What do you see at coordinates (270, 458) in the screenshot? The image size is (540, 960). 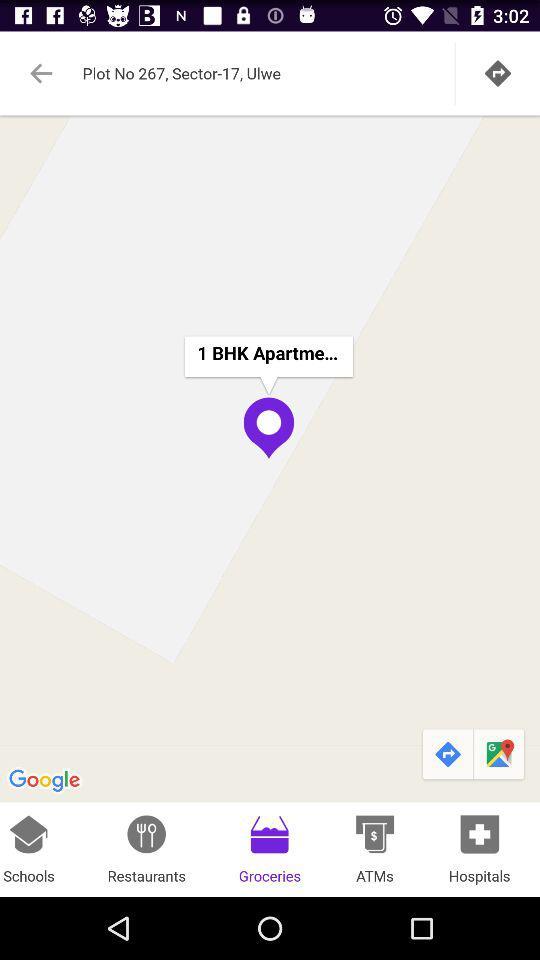 I see `icon at the center` at bounding box center [270, 458].